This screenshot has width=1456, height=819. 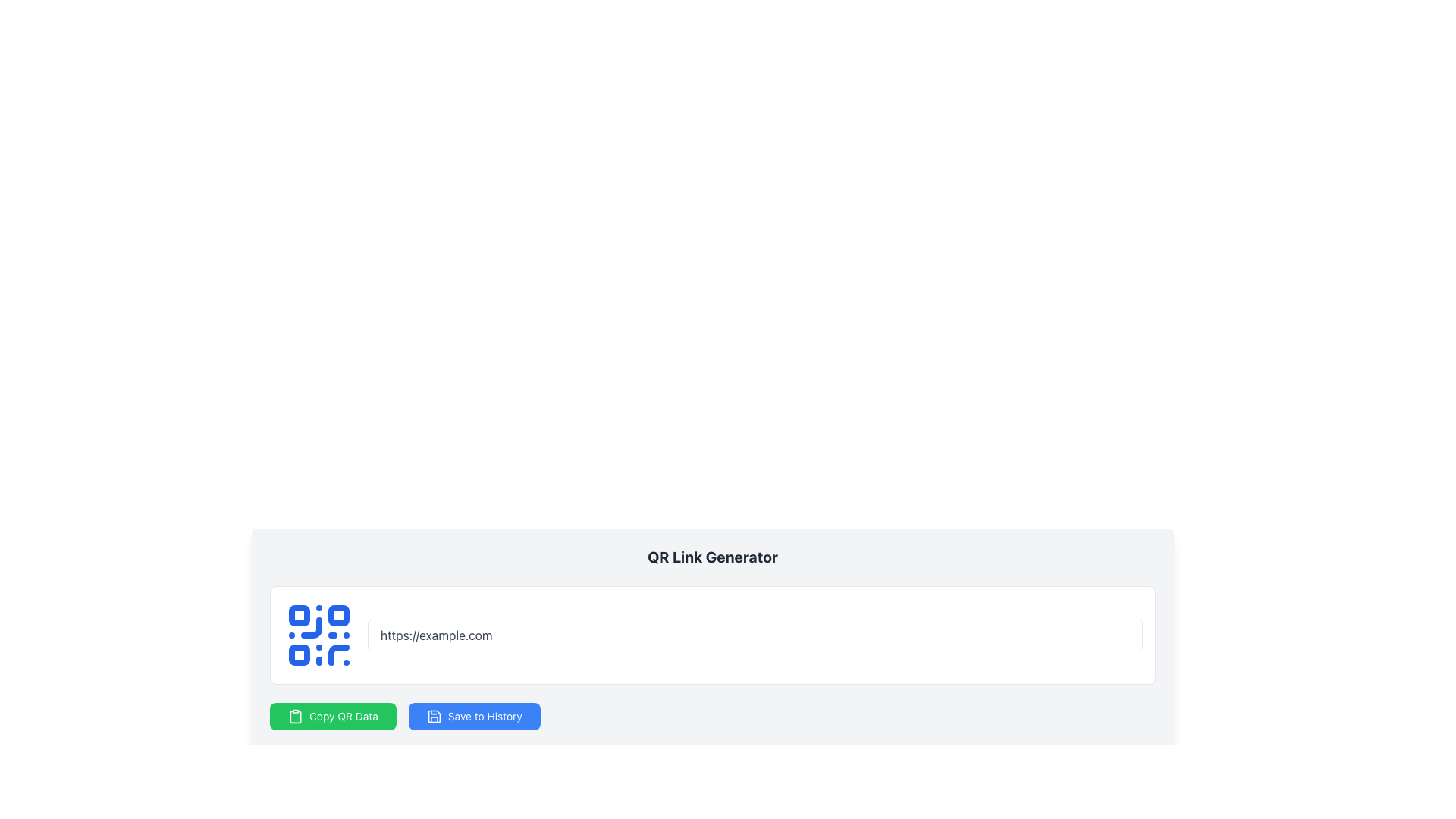 What do you see at coordinates (299, 654) in the screenshot?
I see `the small blue square with rounded corners located in the lower-left corner of the QR code graphic, which is the third square among similar elements` at bounding box center [299, 654].